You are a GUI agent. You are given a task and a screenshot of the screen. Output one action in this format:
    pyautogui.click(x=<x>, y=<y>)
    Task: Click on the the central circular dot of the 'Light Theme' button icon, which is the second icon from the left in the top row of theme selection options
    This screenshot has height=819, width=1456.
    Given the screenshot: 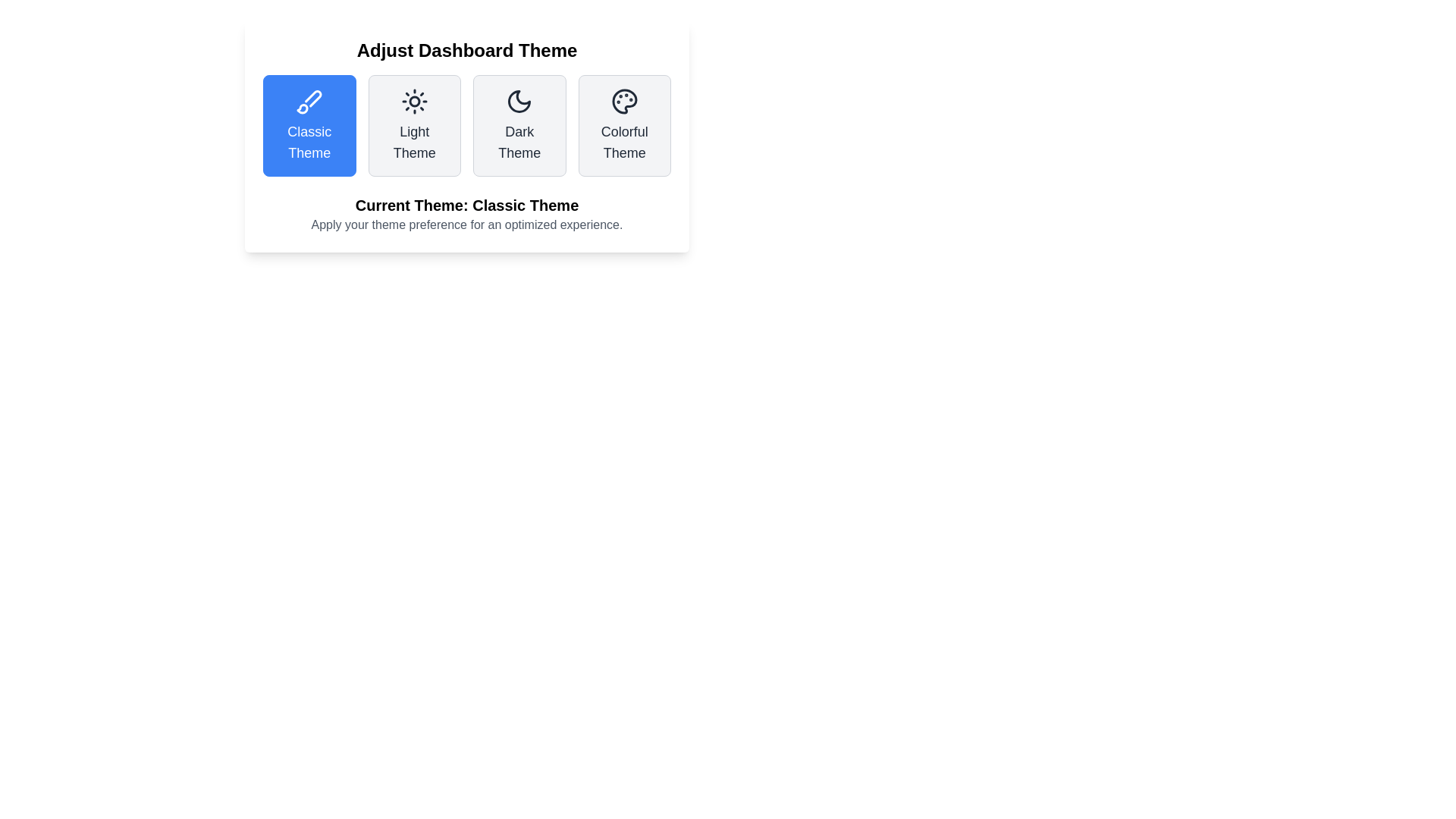 What is the action you would take?
    pyautogui.click(x=414, y=102)
    